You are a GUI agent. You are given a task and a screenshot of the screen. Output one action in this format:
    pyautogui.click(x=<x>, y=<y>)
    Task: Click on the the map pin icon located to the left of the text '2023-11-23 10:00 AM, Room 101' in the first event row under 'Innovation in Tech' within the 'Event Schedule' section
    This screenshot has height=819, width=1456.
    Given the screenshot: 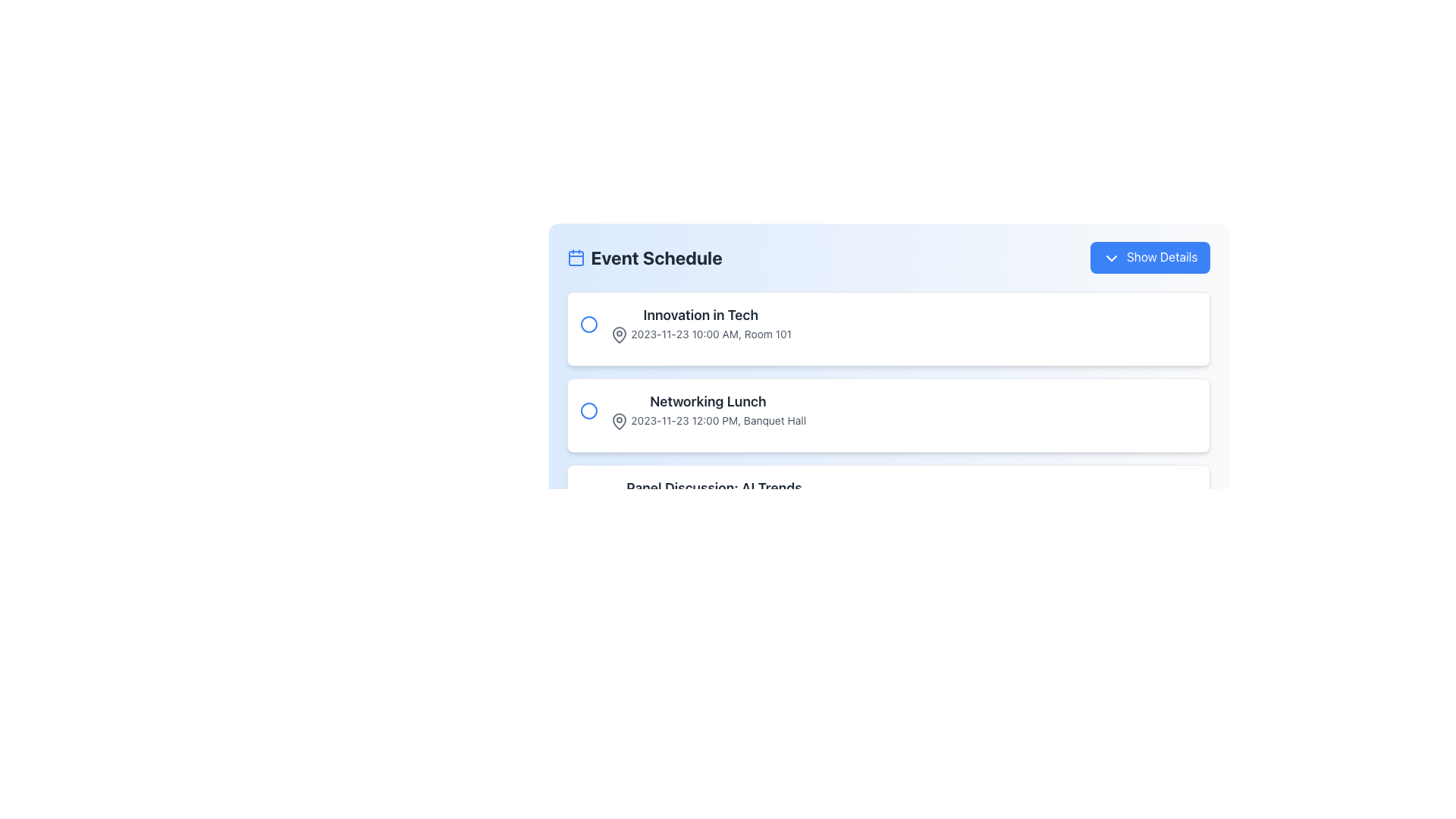 What is the action you would take?
    pyautogui.click(x=619, y=334)
    